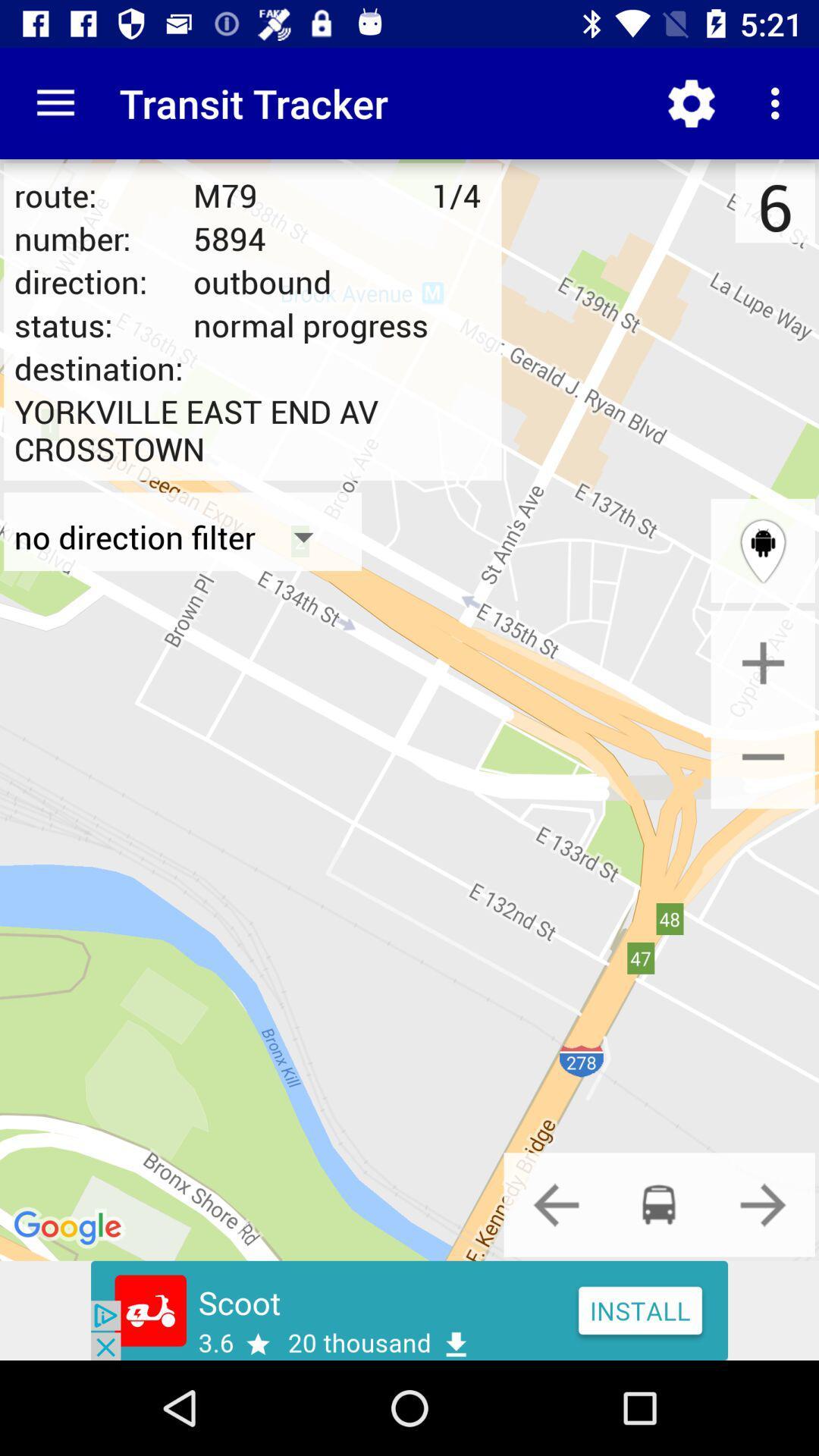 The height and width of the screenshot is (1456, 819). What do you see at coordinates (409, 1310) in the screenshot?
I see `scoot app advertisement banner` at bounding box center [409, 1310].